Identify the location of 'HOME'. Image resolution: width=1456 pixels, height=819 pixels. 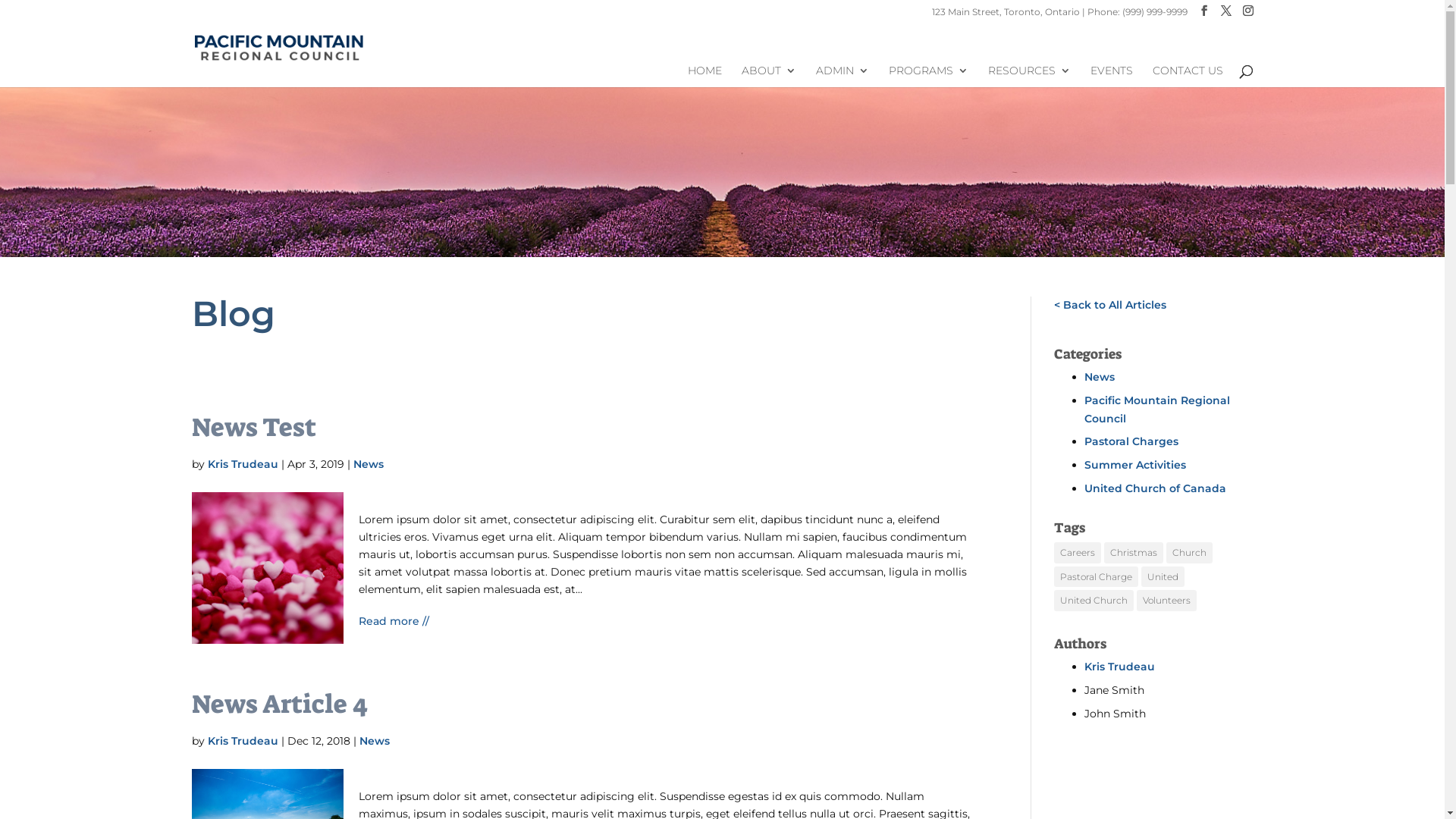
(703, 76).